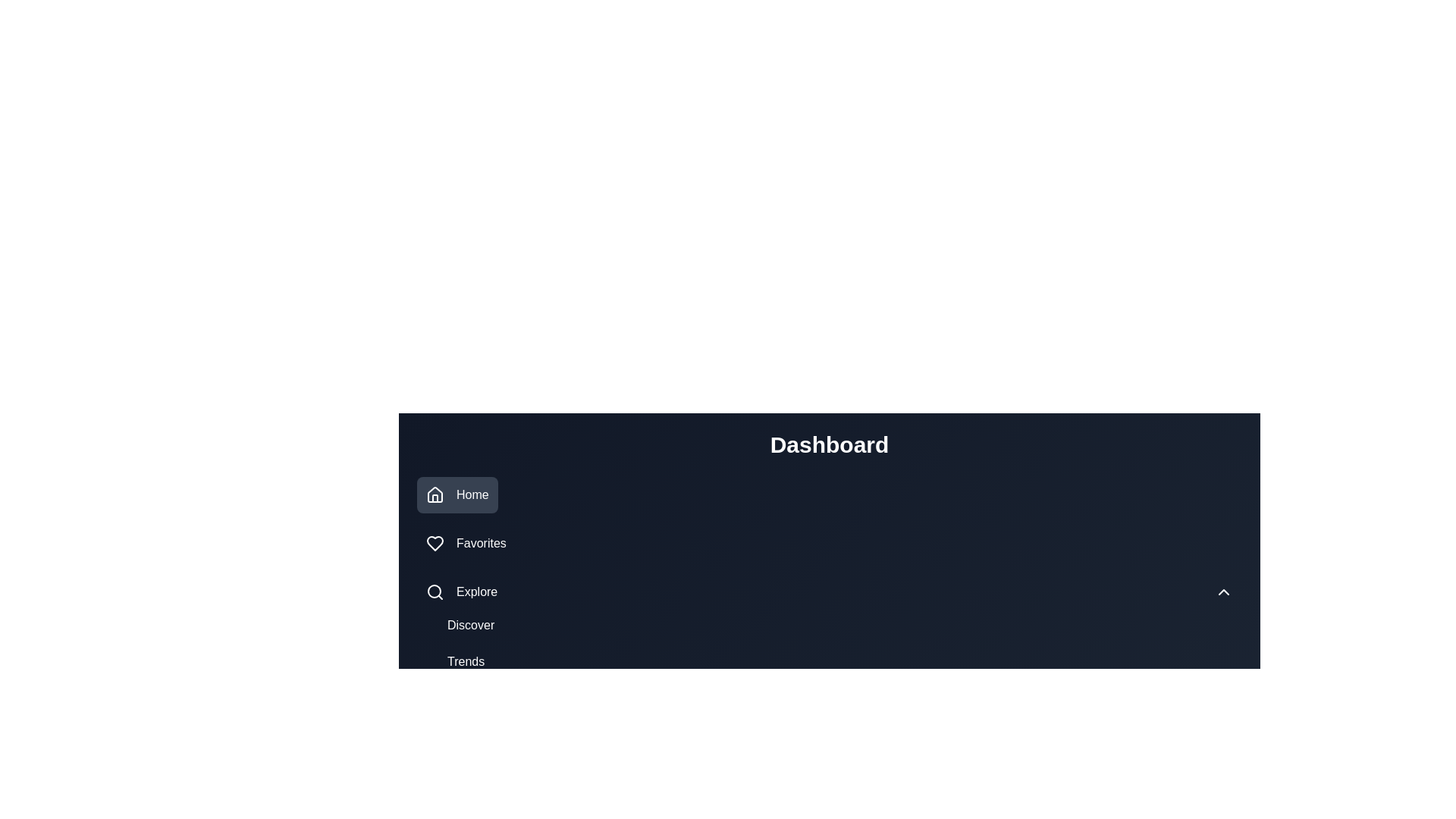 Image resolution: width=1456 pixels, height=819 pixels. I want to click on the chevron icon on the far right side of the 'Explore' section, so click(1223, 591).